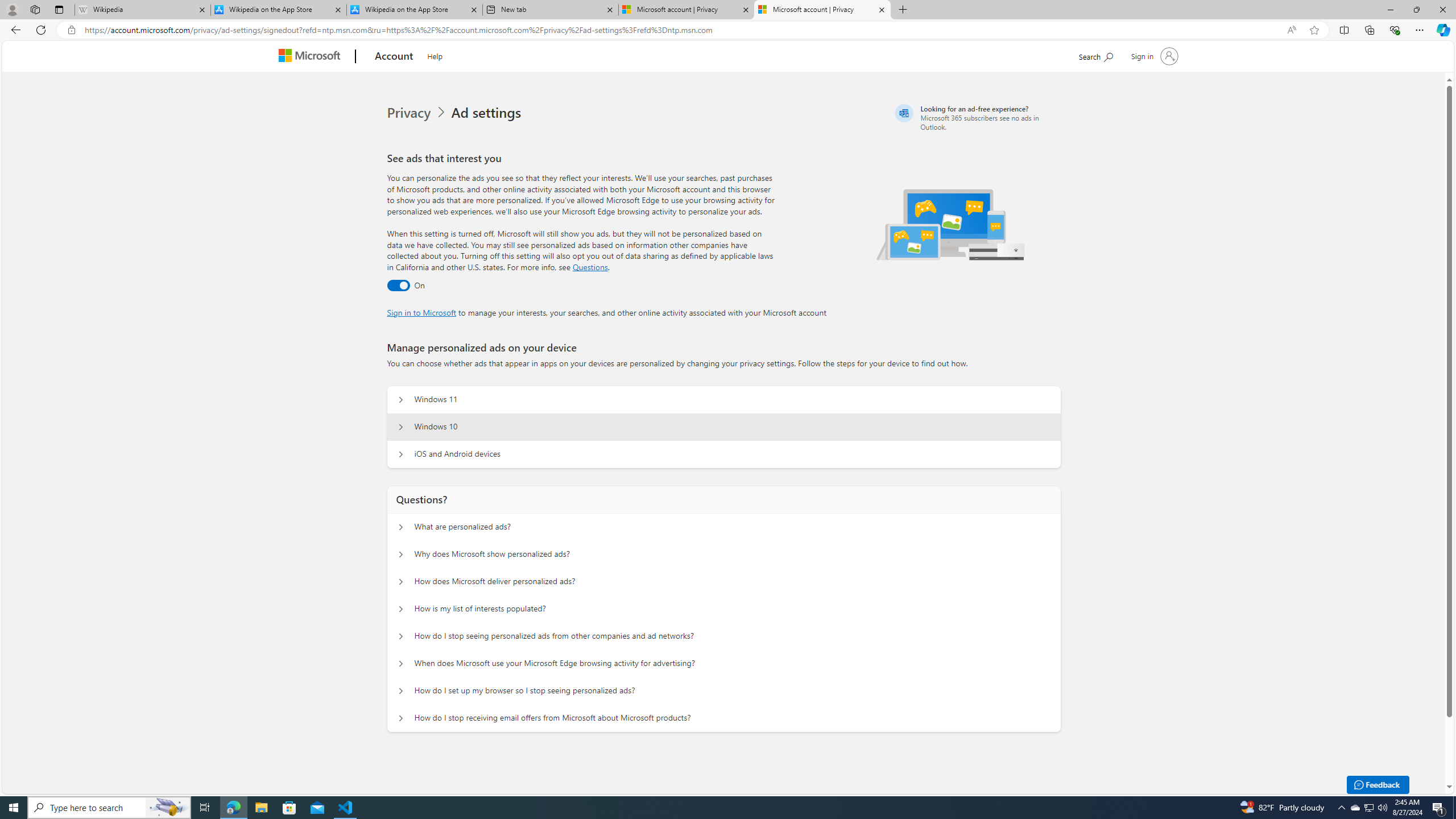 The image size is (1456, 819). Describe the element at coordinates (881, 9) in the screenshot. I see `'Close tab'` at that location.